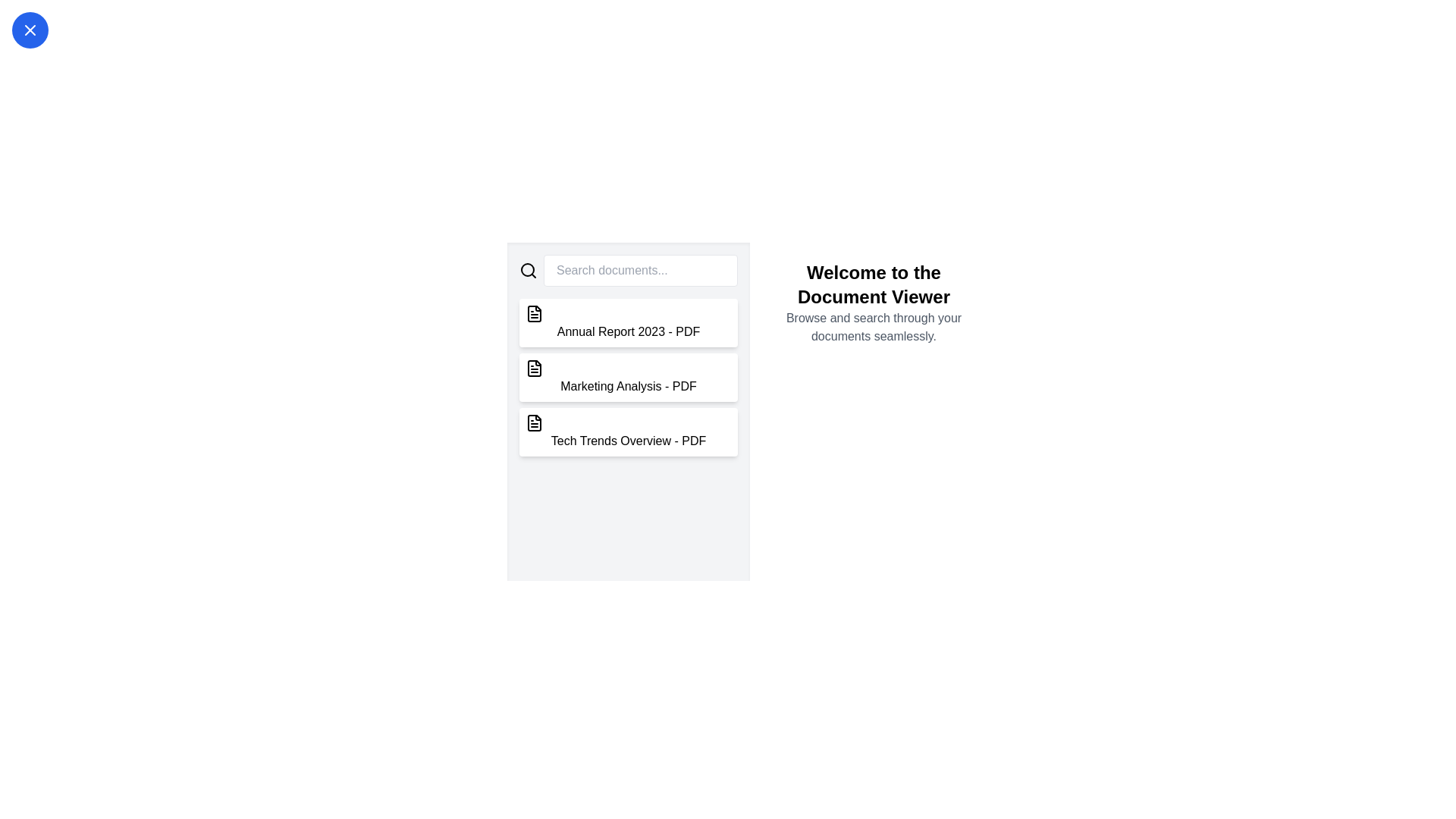  Describe the element at coordinates (640, 270) in the screenshot. I see `the search input field to focus it` at that location.